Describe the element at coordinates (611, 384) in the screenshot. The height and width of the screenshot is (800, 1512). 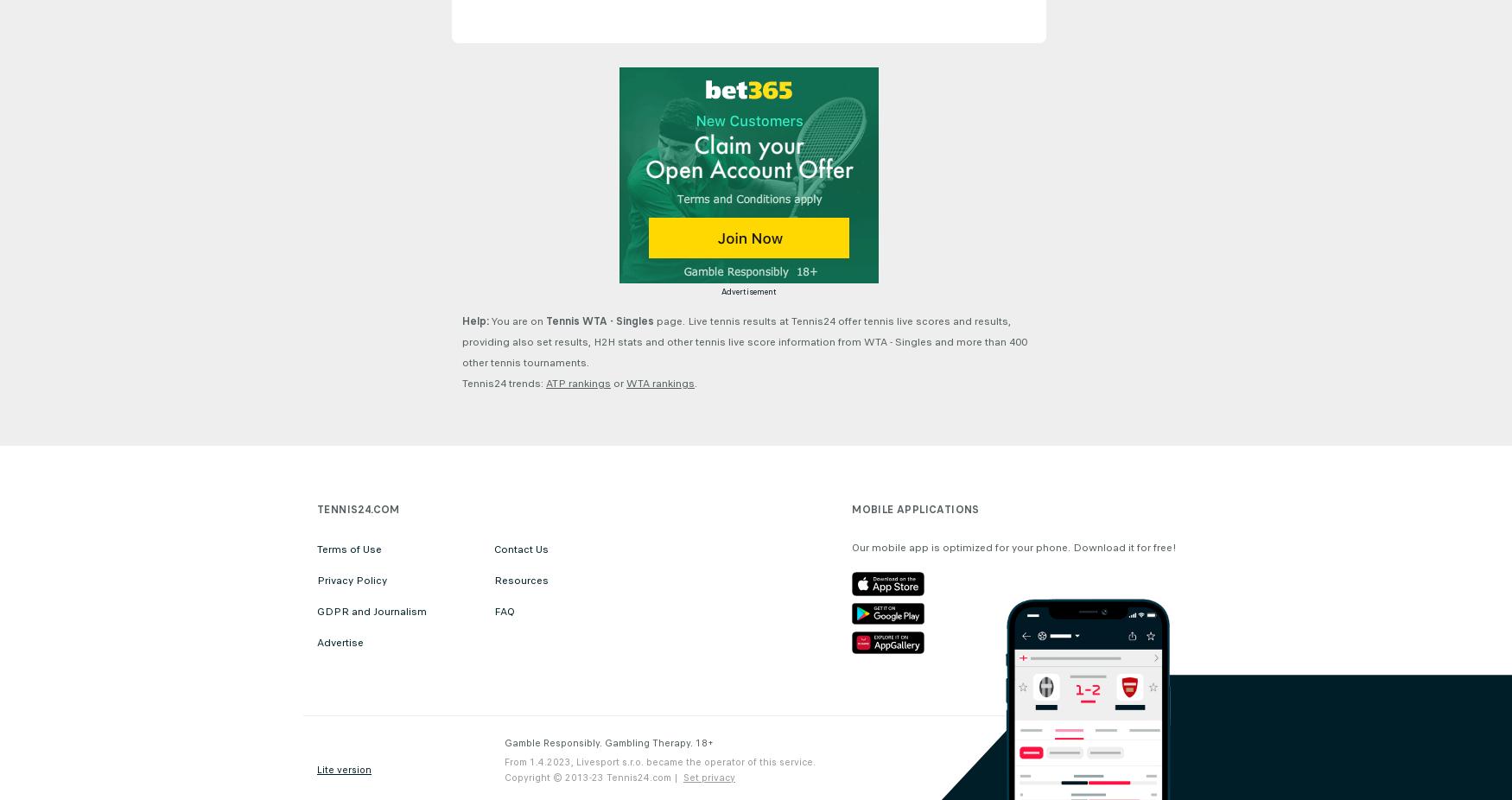
I see `'or'` at that location.